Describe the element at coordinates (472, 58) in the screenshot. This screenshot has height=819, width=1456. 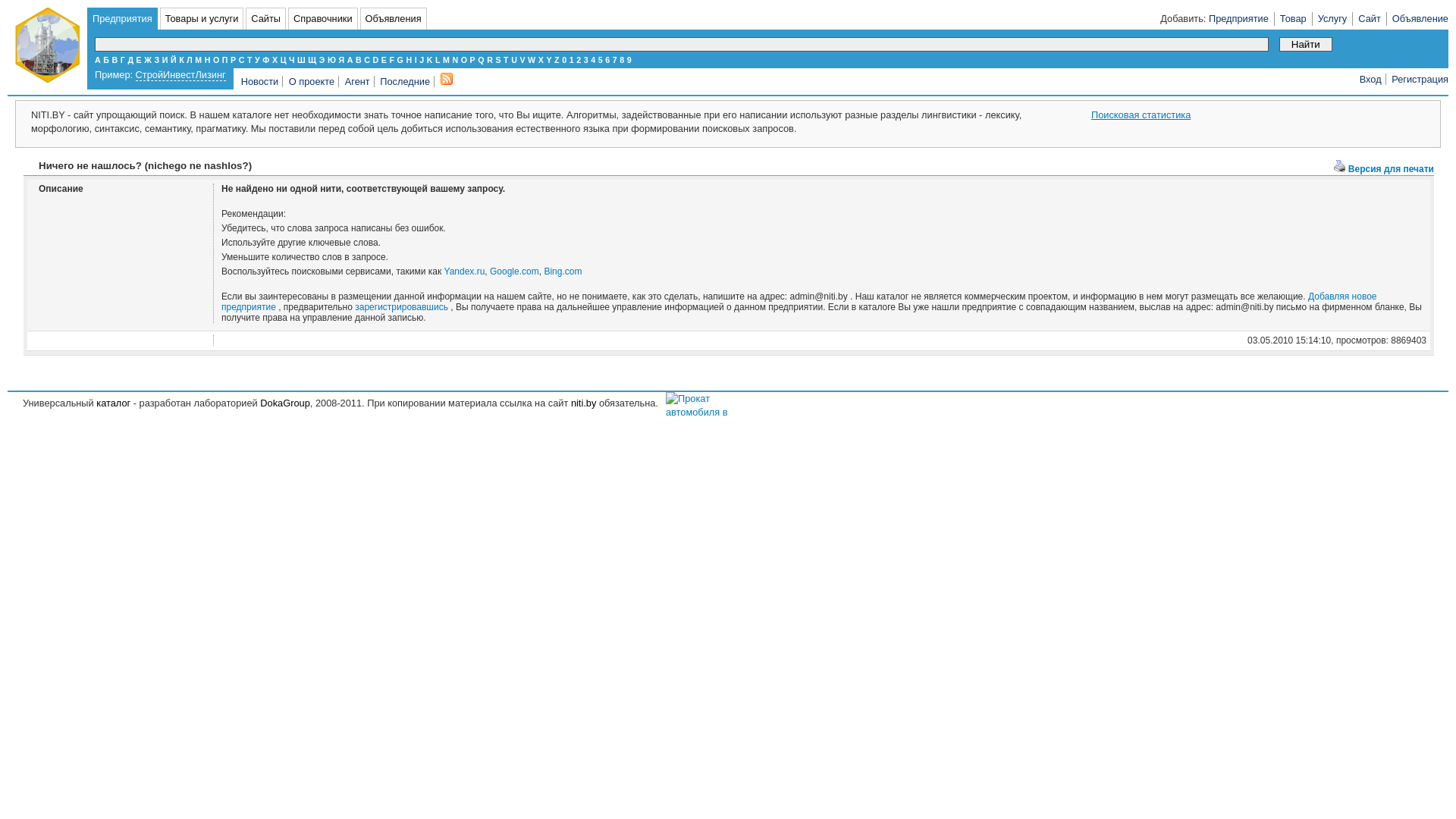
I see `'P'` at that location.